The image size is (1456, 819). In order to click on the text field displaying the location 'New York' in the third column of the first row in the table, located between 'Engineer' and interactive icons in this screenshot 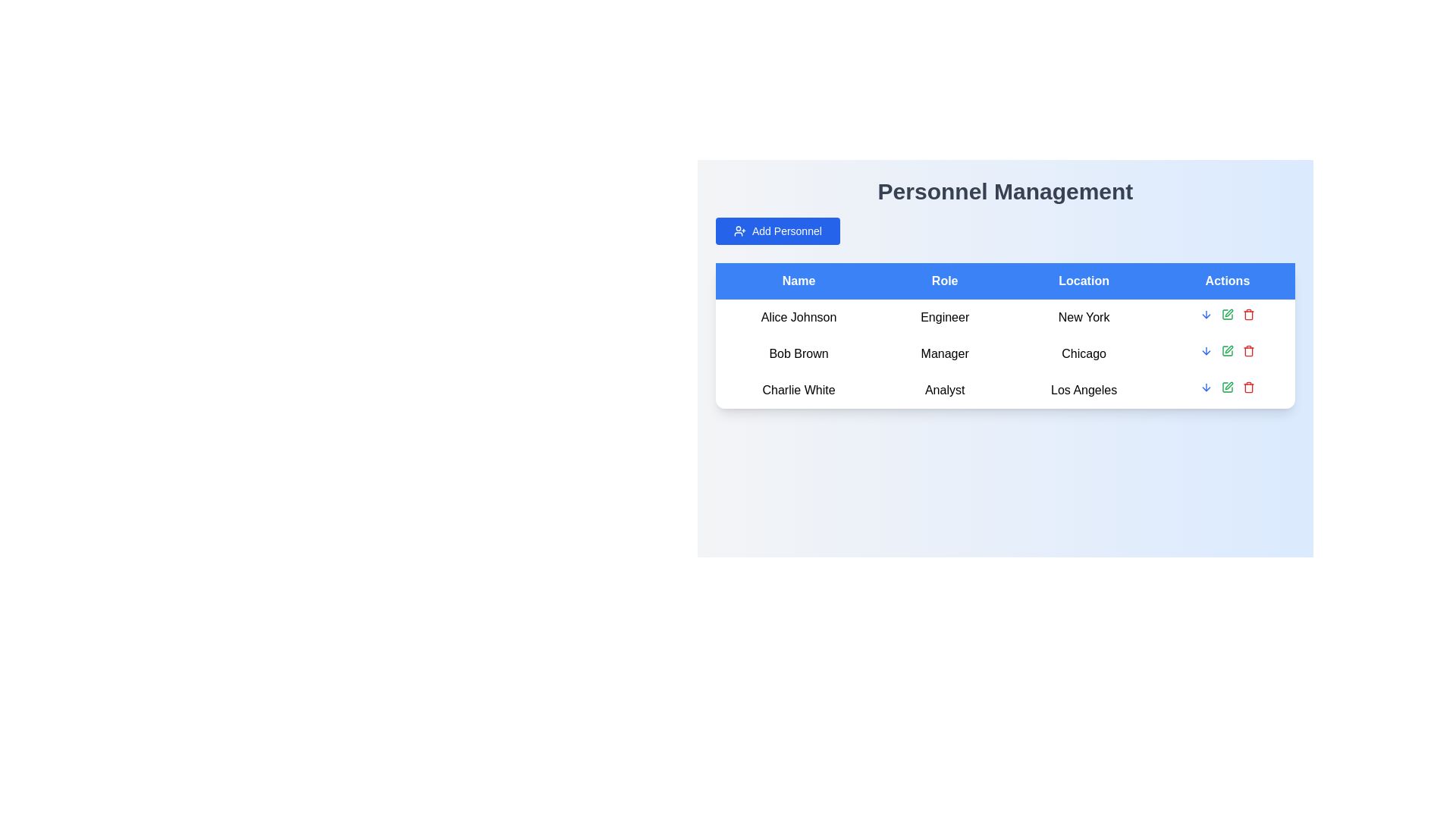, I will do `click(1083, 317)`.